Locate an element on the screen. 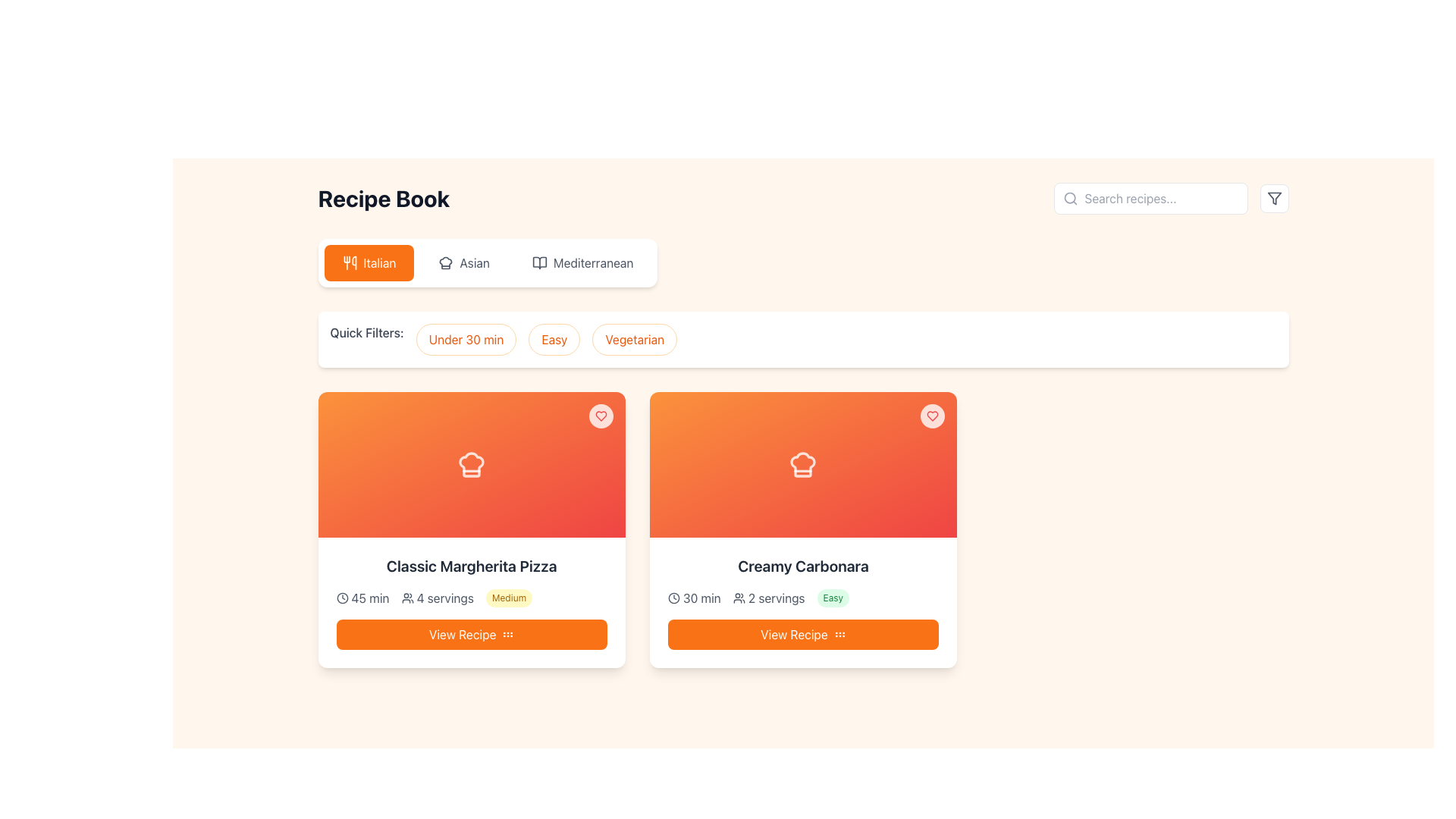 Image resolution: width=1456 pixels, height=819 pixels. the chef's hat icon at the top of the 'Creamy Carbonara' recipe card to initiate an action or navigate is located at coordinates (802, 464).